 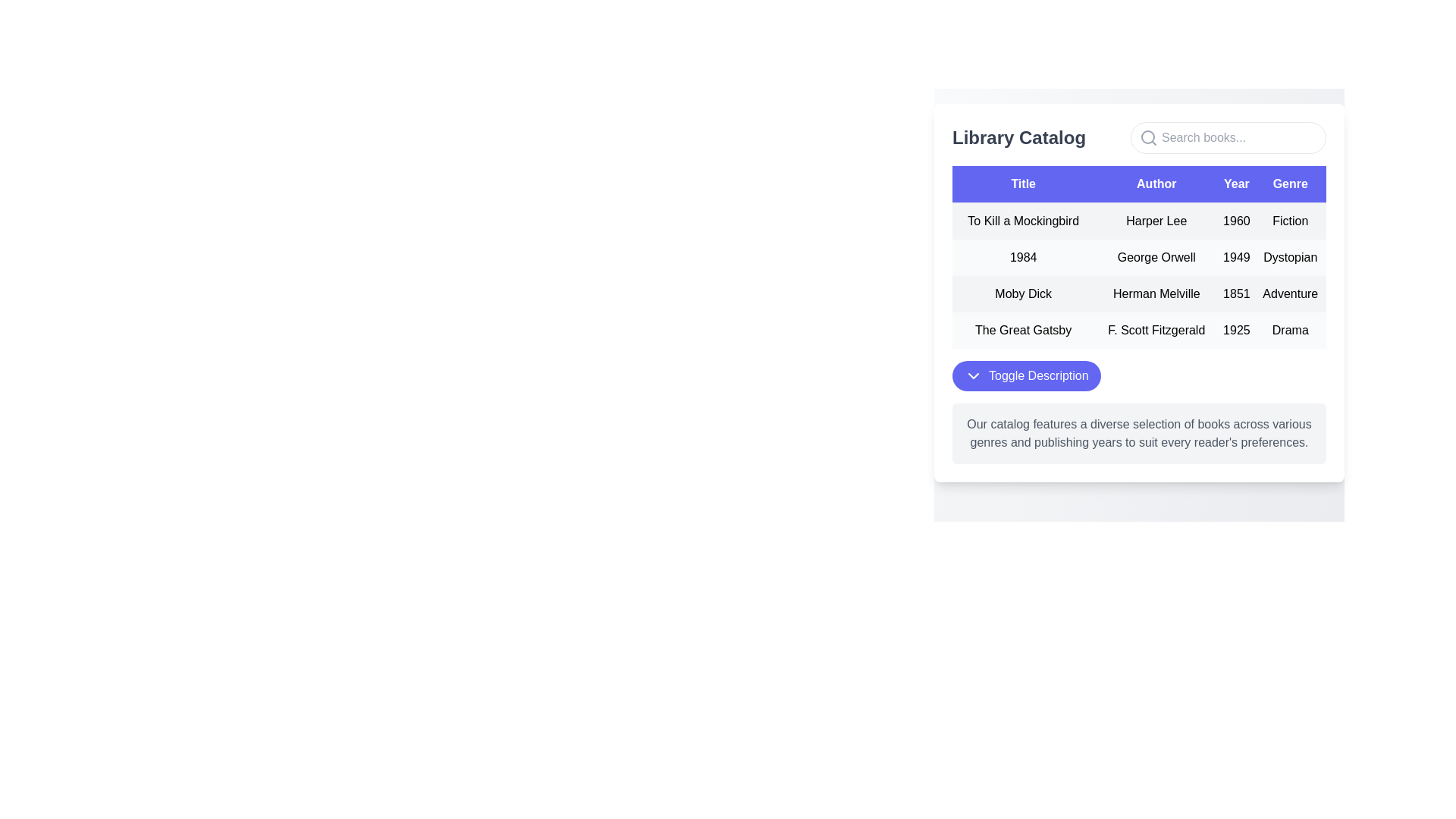 What do you see at coordinates (1236, 184) in the screenshot?
I see `the third column header labeled 'Year' in the table, which is positioned between the 'Author' and 'Genre' headers` at bounding box center [1236, 184].